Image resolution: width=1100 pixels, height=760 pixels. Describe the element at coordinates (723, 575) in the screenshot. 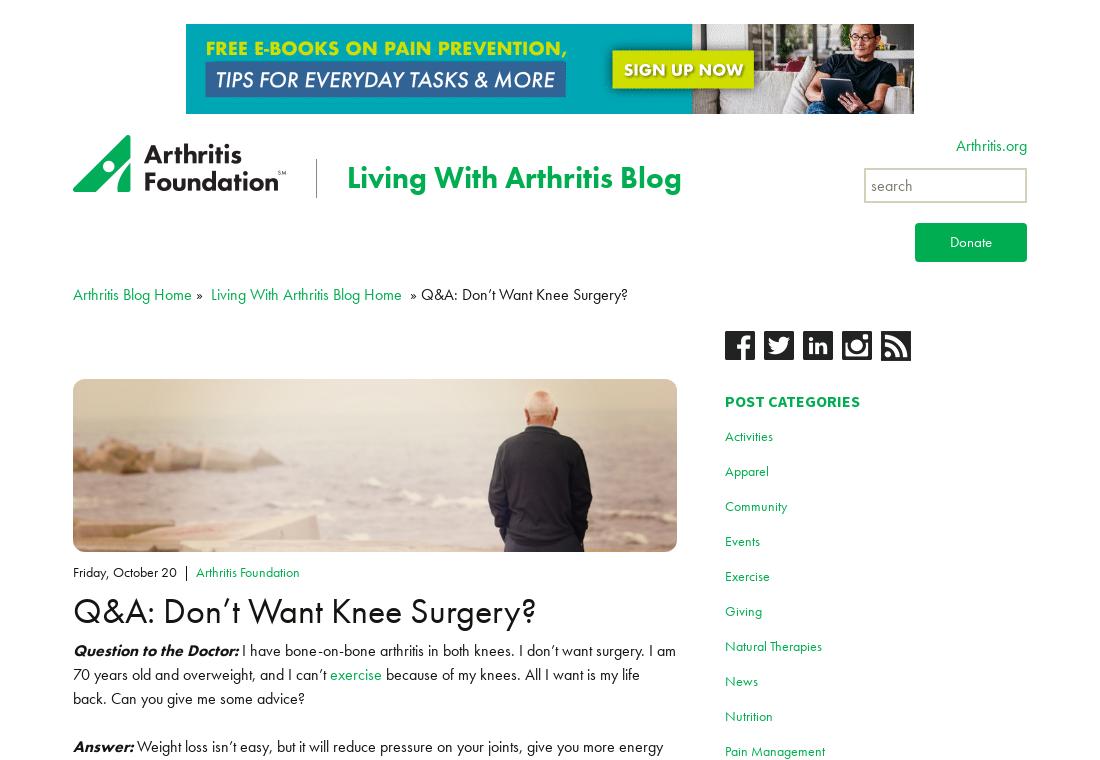

I see `'Exercise'` at that location.